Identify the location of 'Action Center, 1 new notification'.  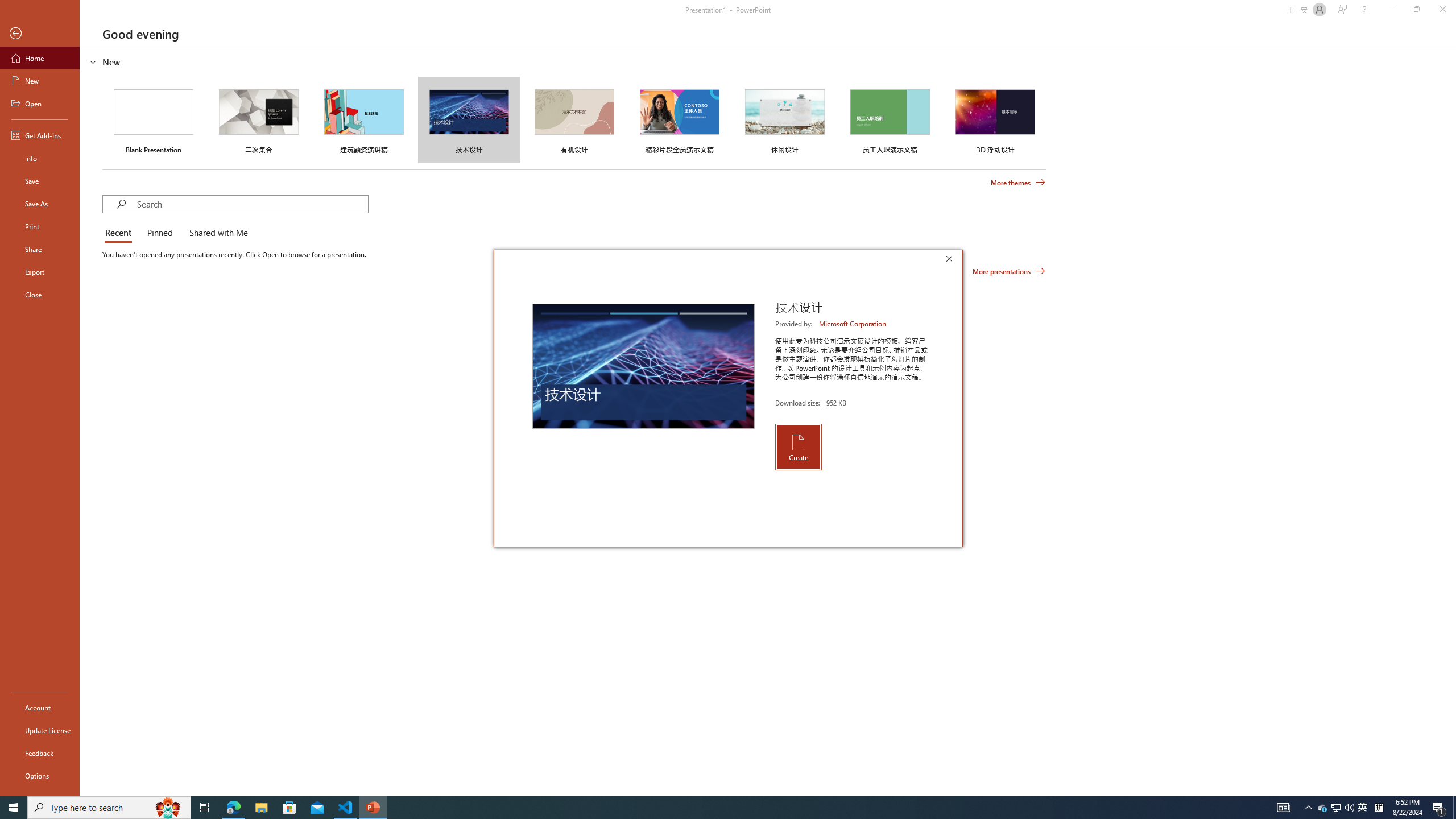
(1439, 806).